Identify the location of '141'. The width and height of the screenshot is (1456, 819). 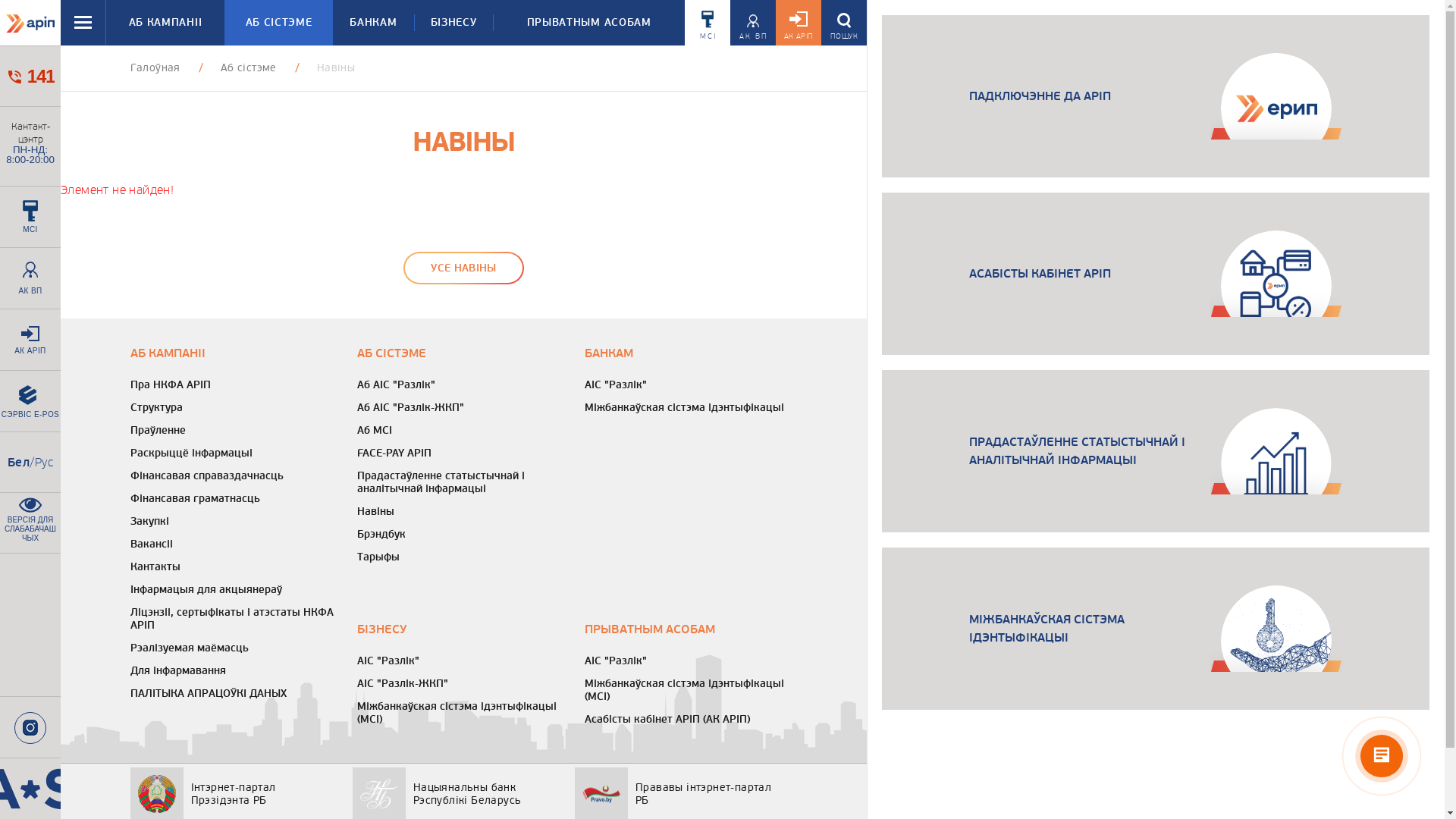
(30, 76).